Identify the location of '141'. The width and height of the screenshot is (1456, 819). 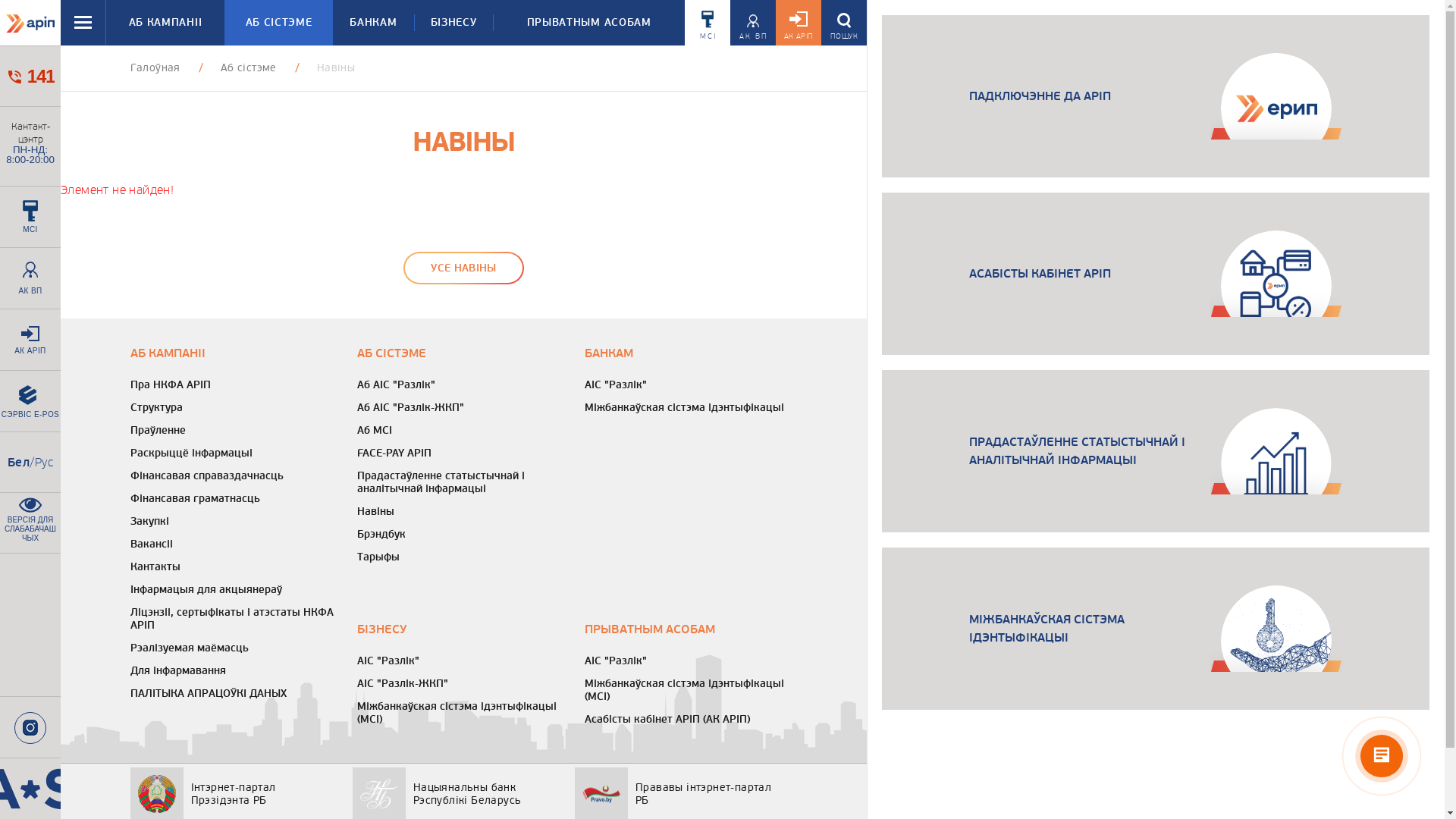
(30, 76).